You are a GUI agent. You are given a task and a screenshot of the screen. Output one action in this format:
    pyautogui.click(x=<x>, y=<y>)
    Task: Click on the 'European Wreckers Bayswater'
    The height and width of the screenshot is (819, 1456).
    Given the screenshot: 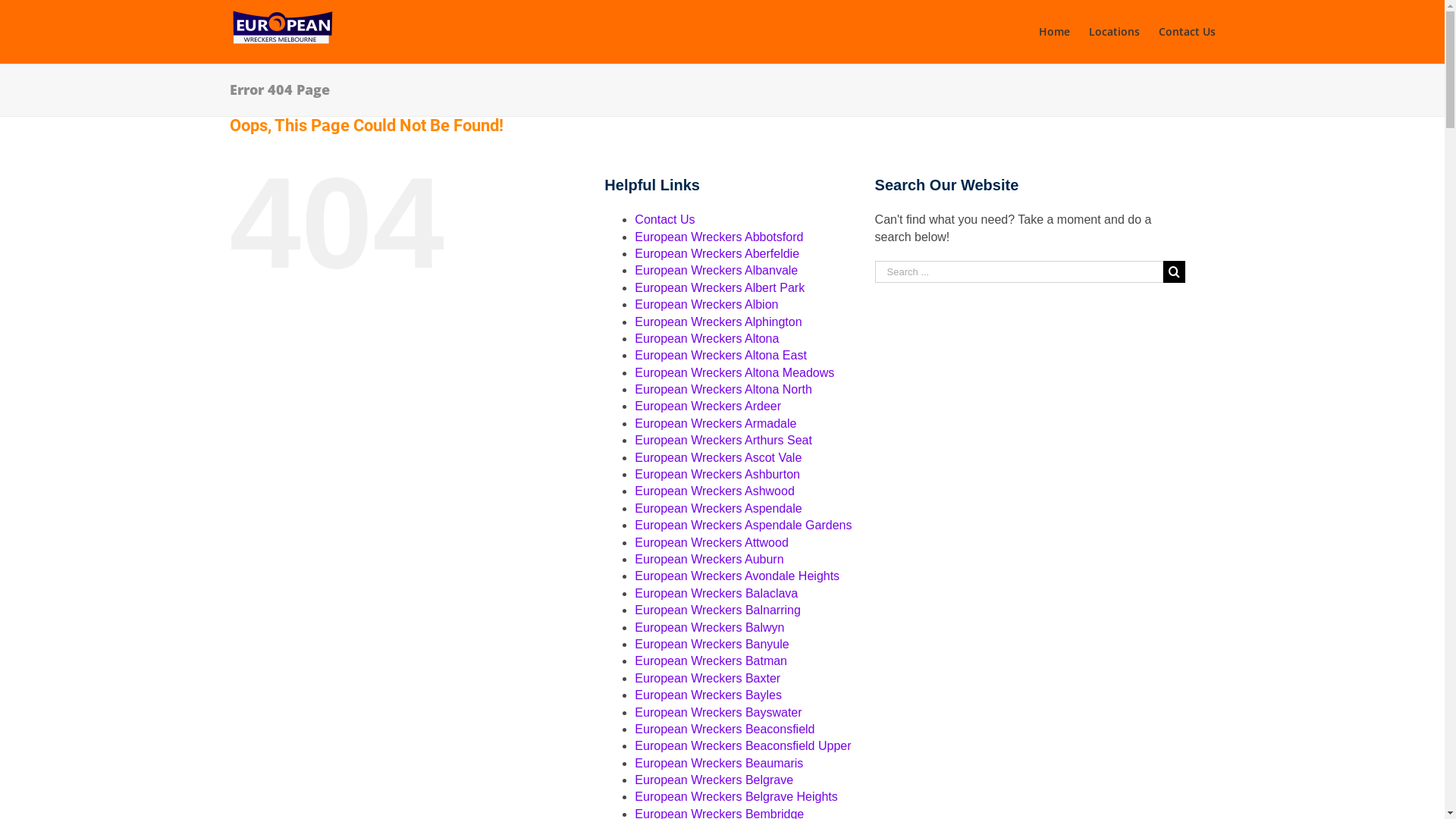 What is the action you would take?
    pyautogui.click(x=634, y=712)
    